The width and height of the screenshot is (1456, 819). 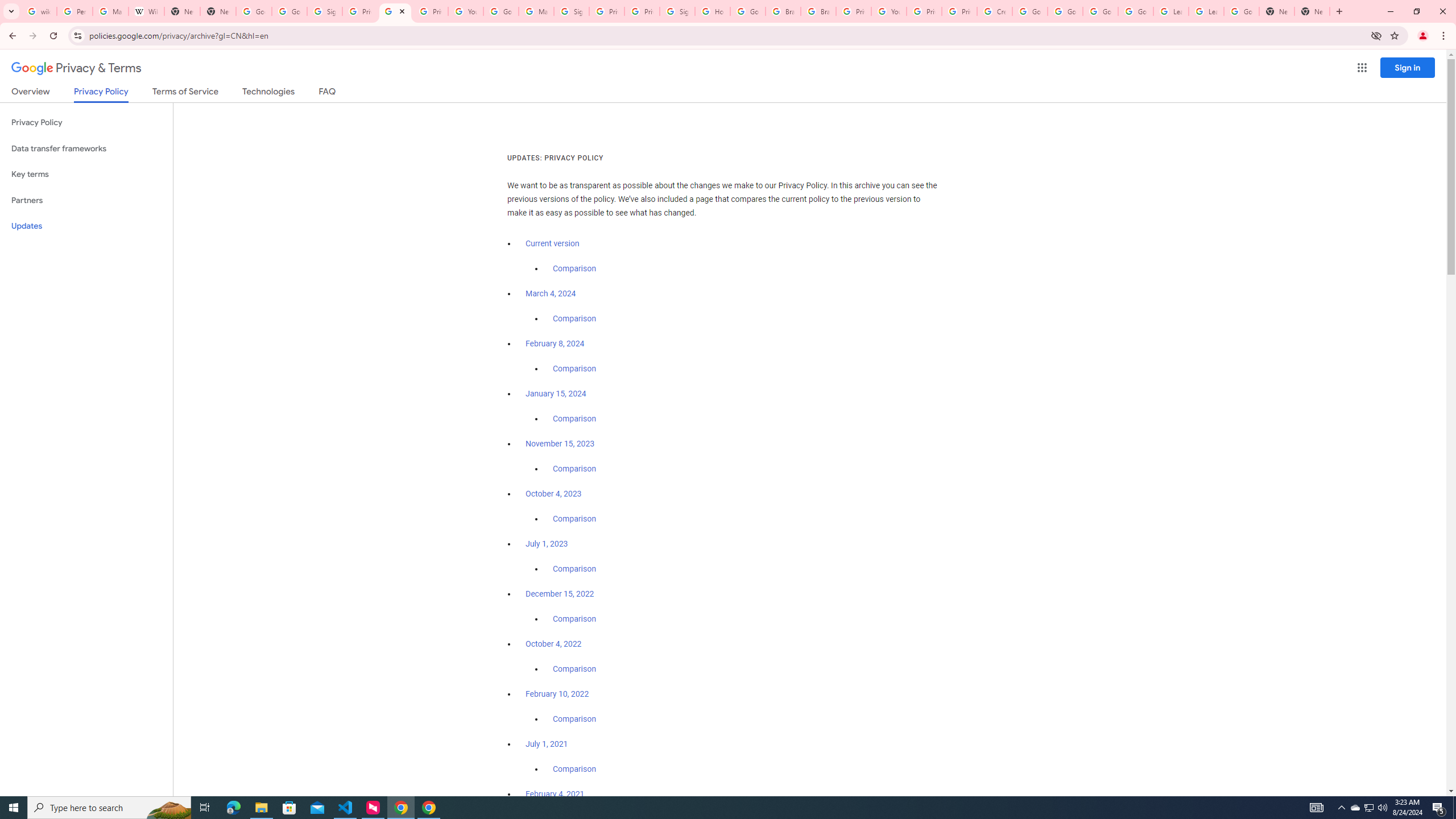 What do you see at coordinates (86, 122) in the screenshot?
I see `'Privacy Policy'` at bounding box center [86, 122].